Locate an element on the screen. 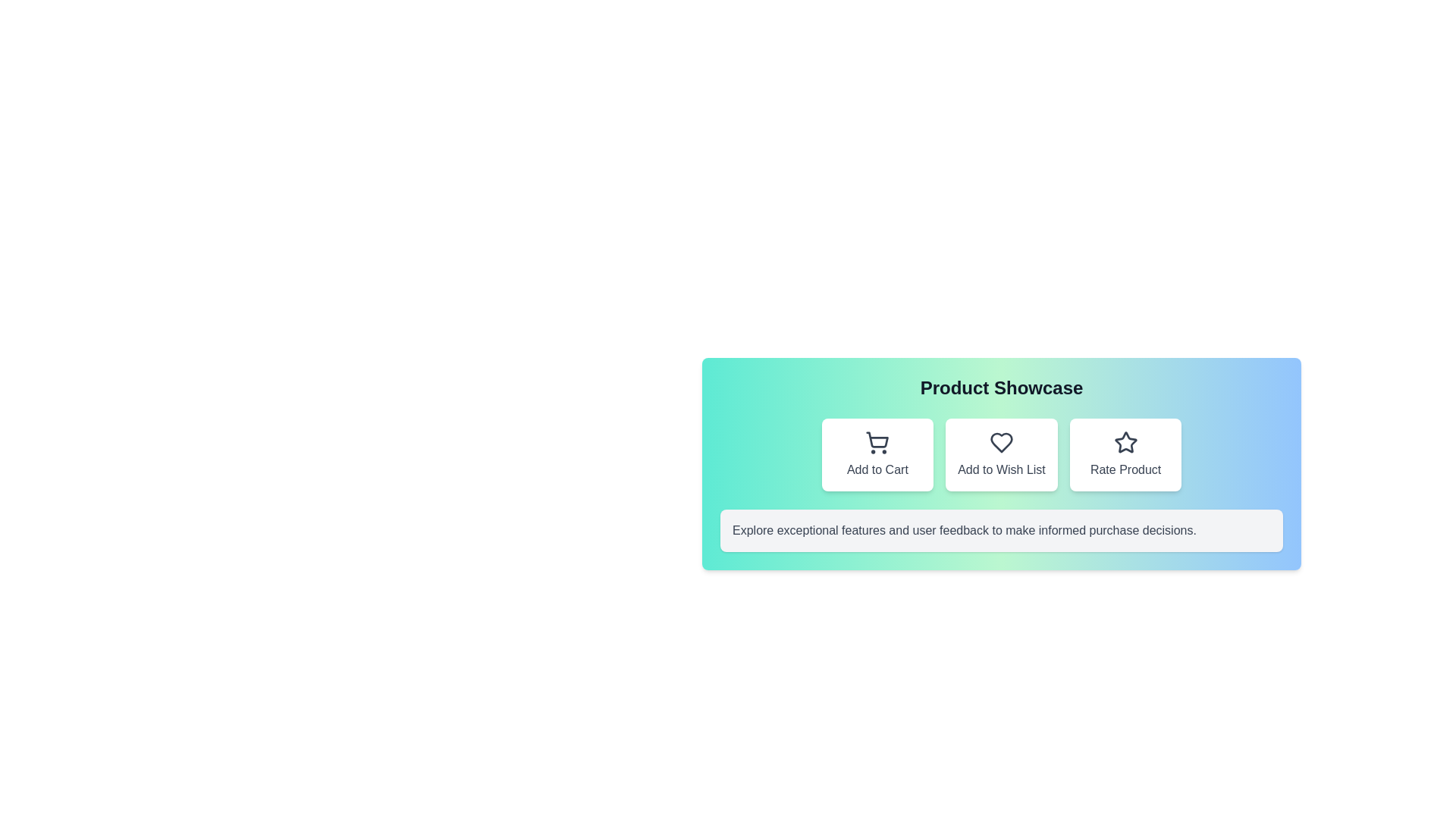  the button labeled 'Add to Wish List' in the 'Product Showcase' section, which has a gradient background and contains multiple buttons is located at coordinates (1001, 463).